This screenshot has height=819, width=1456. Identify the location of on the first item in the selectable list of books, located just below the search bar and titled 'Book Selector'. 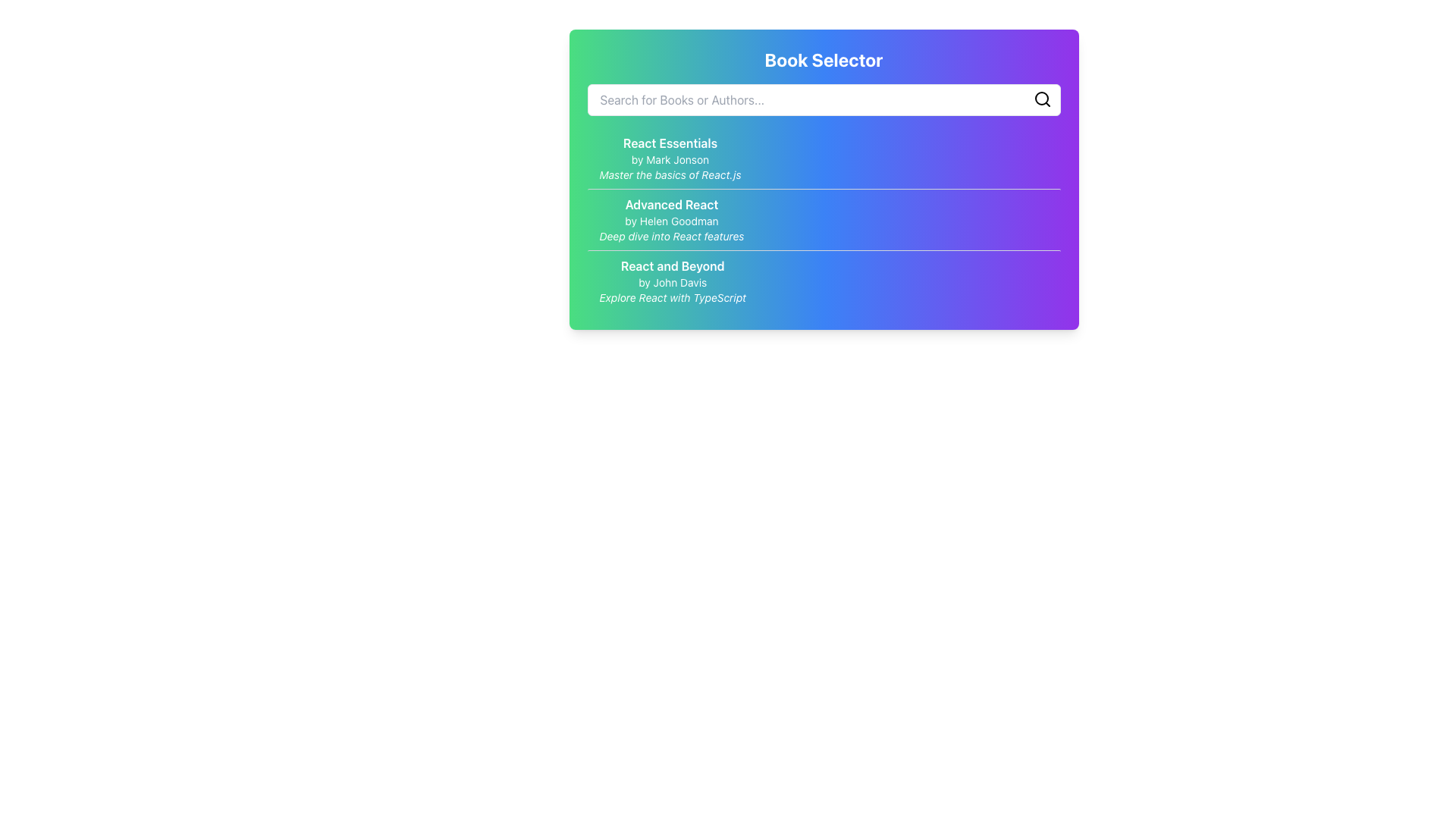
(669, 158).